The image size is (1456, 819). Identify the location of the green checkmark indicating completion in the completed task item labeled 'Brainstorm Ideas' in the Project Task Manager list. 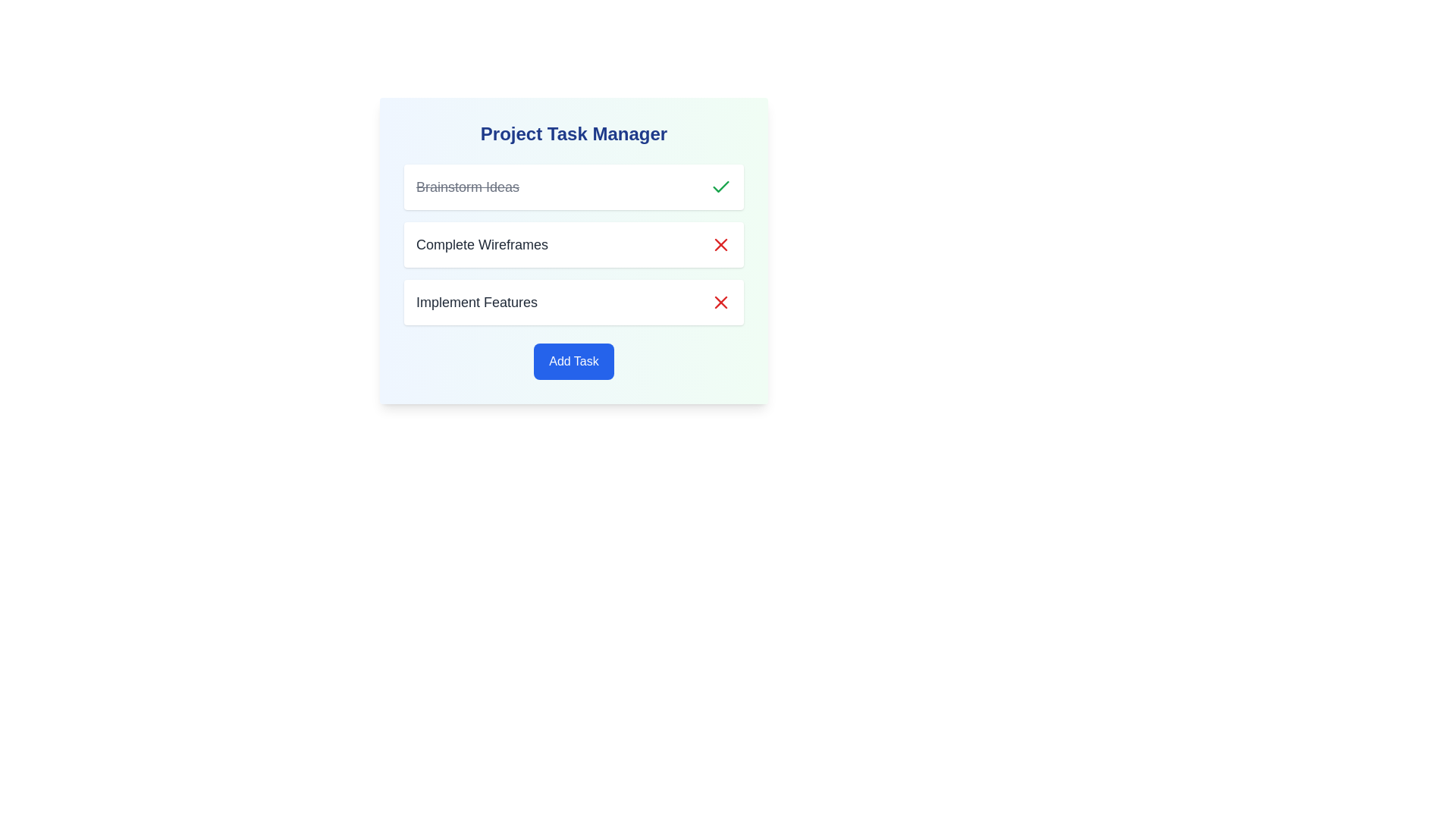
(573, 186).